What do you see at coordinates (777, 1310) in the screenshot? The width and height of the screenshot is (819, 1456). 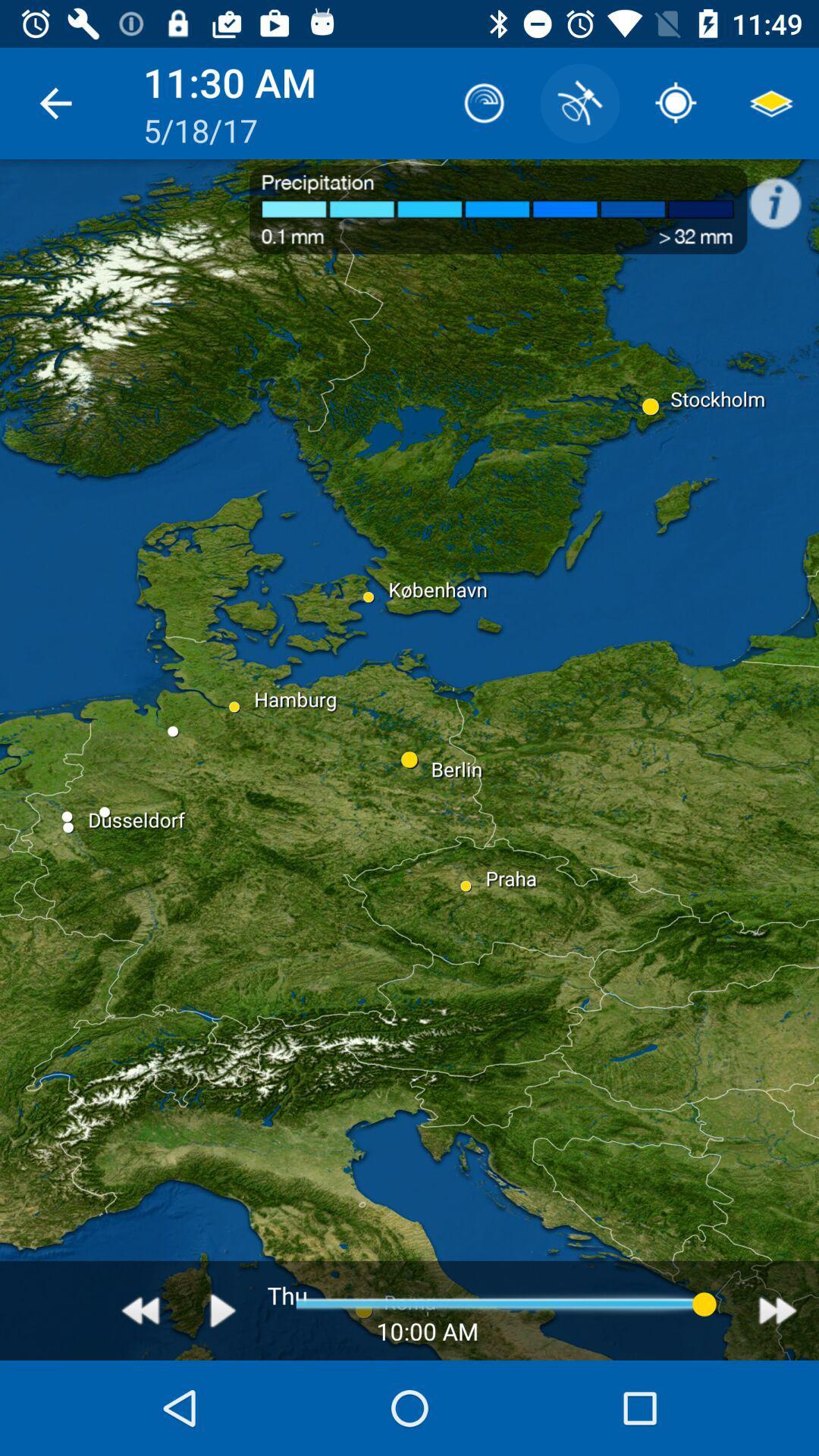 I see `fast forward` at bounding box center [777, 1310].